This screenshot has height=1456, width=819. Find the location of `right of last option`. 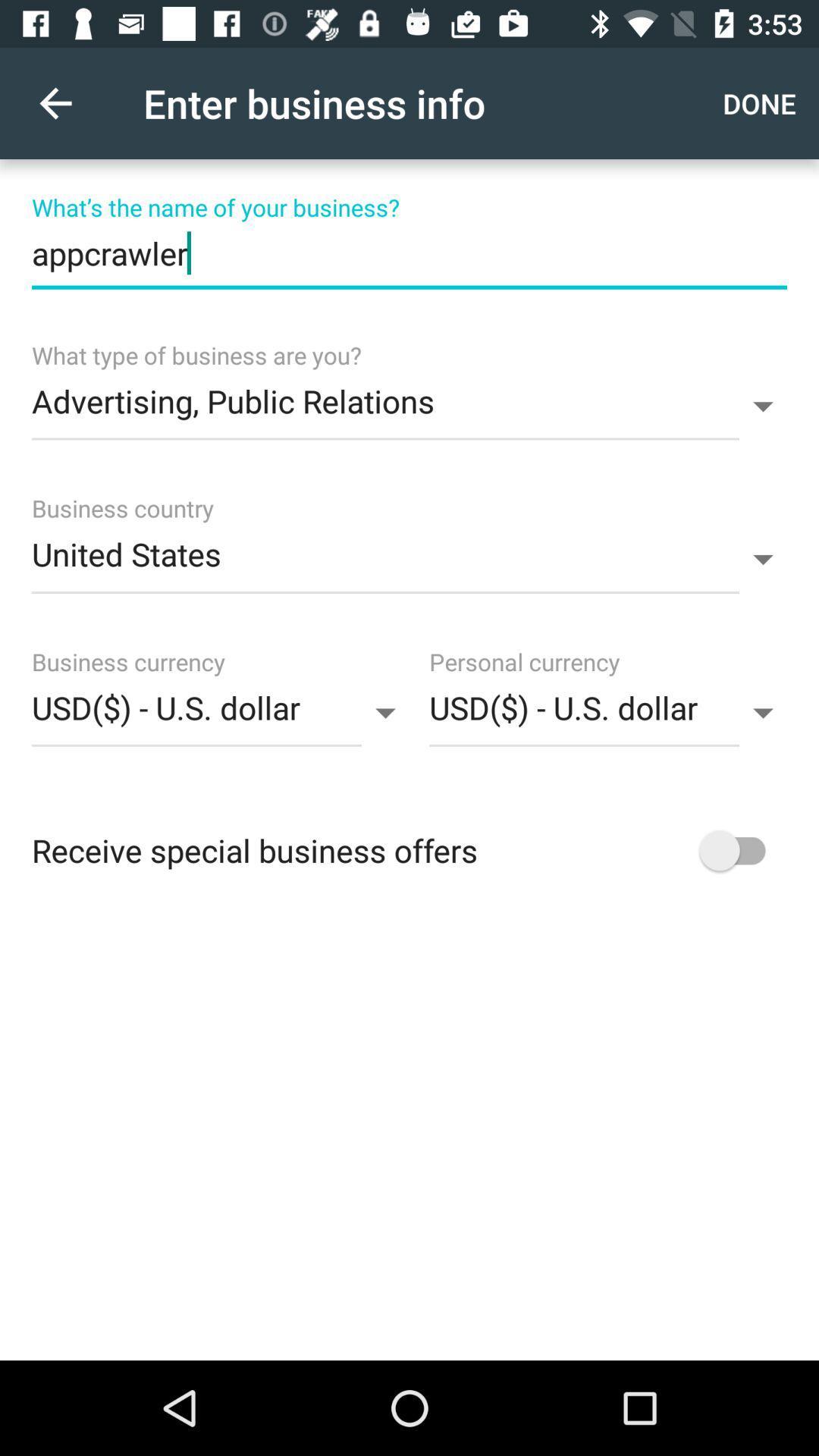

right of last option is located at coordinates (739, 850).